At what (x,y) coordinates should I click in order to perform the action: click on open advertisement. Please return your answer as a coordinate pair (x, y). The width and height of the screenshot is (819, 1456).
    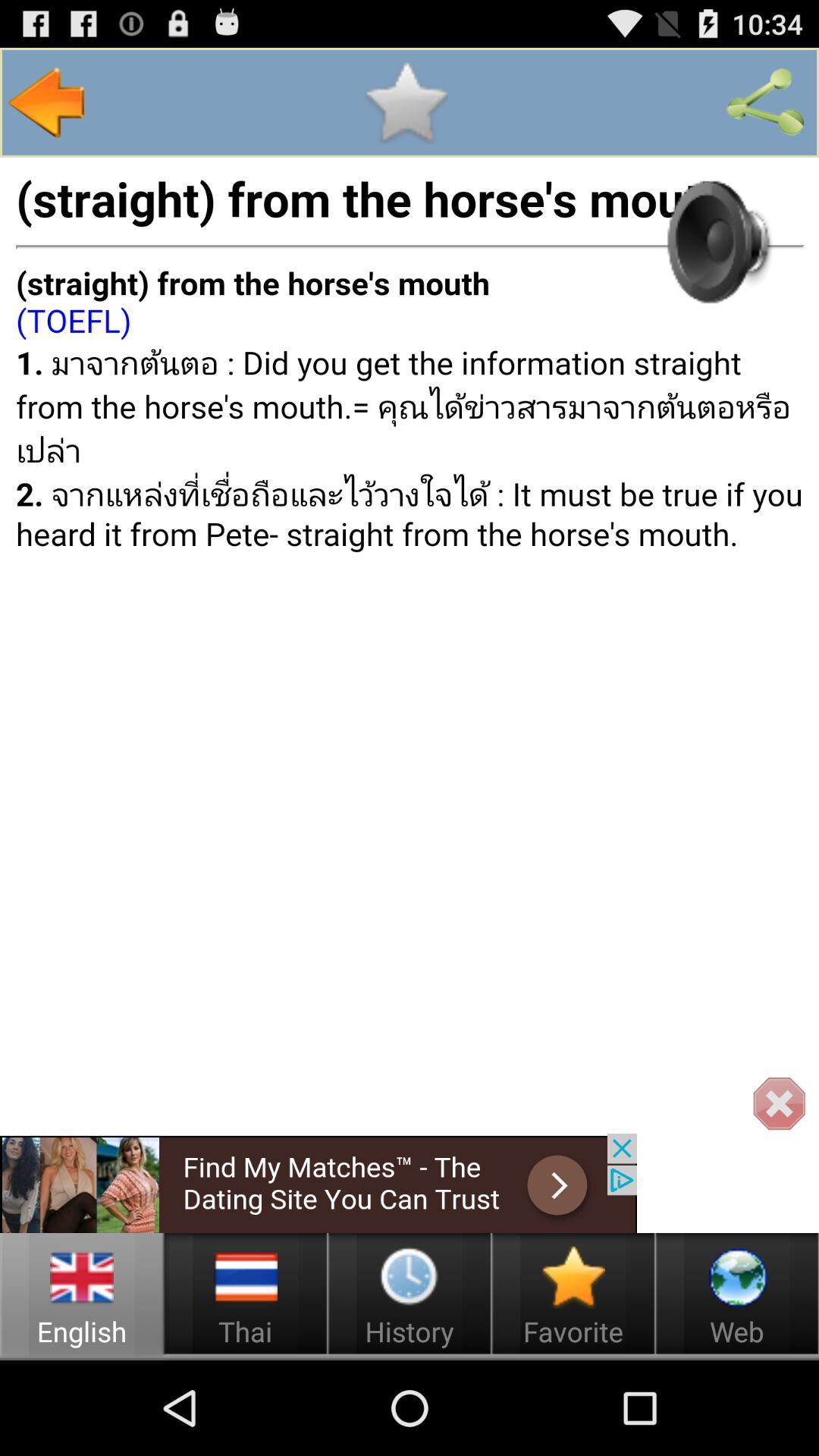
    Looking at the image, I should click on (318, 1182).